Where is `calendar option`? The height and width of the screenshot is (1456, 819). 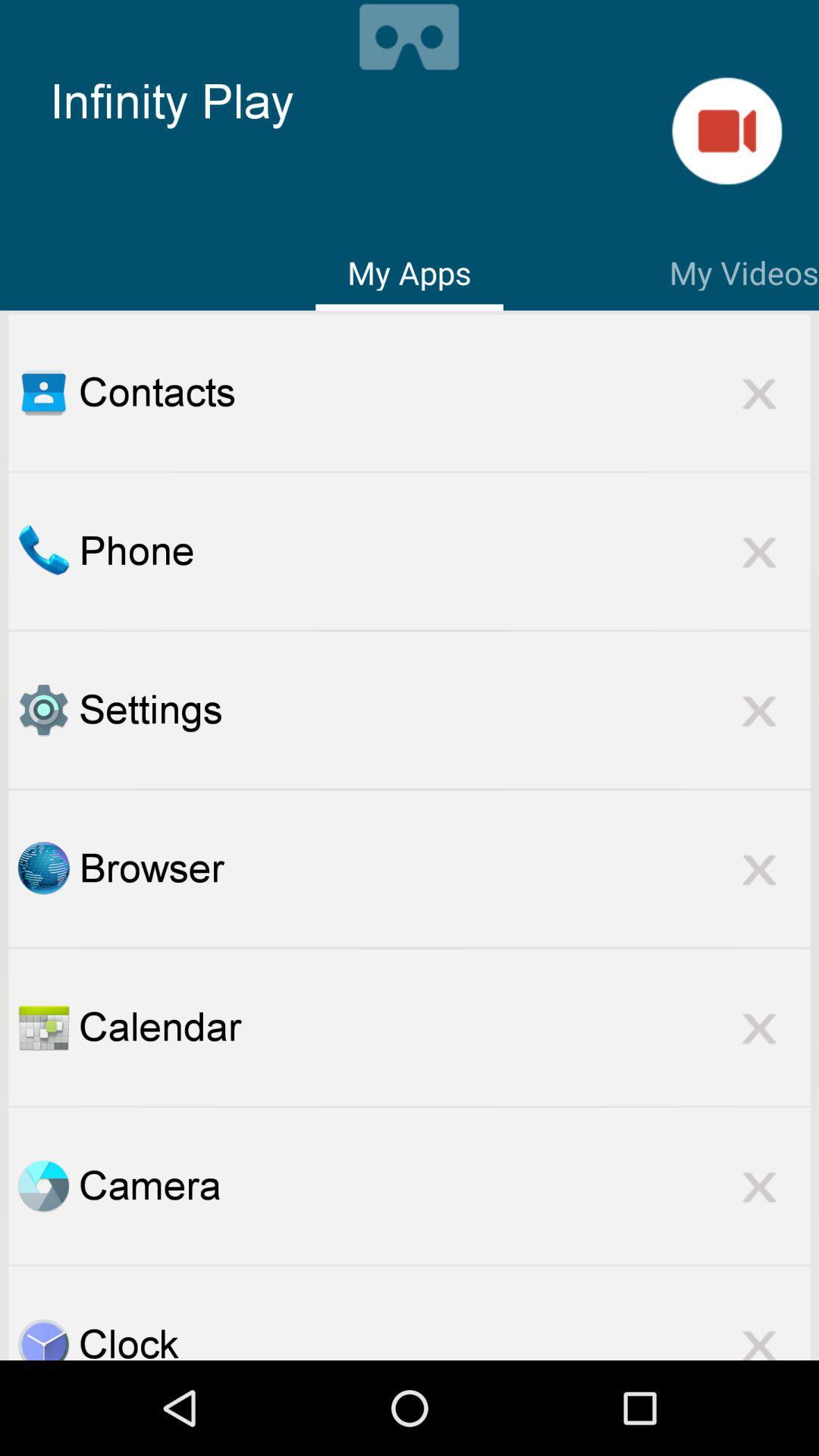 calendar option is located at coordinates (42, 1027).